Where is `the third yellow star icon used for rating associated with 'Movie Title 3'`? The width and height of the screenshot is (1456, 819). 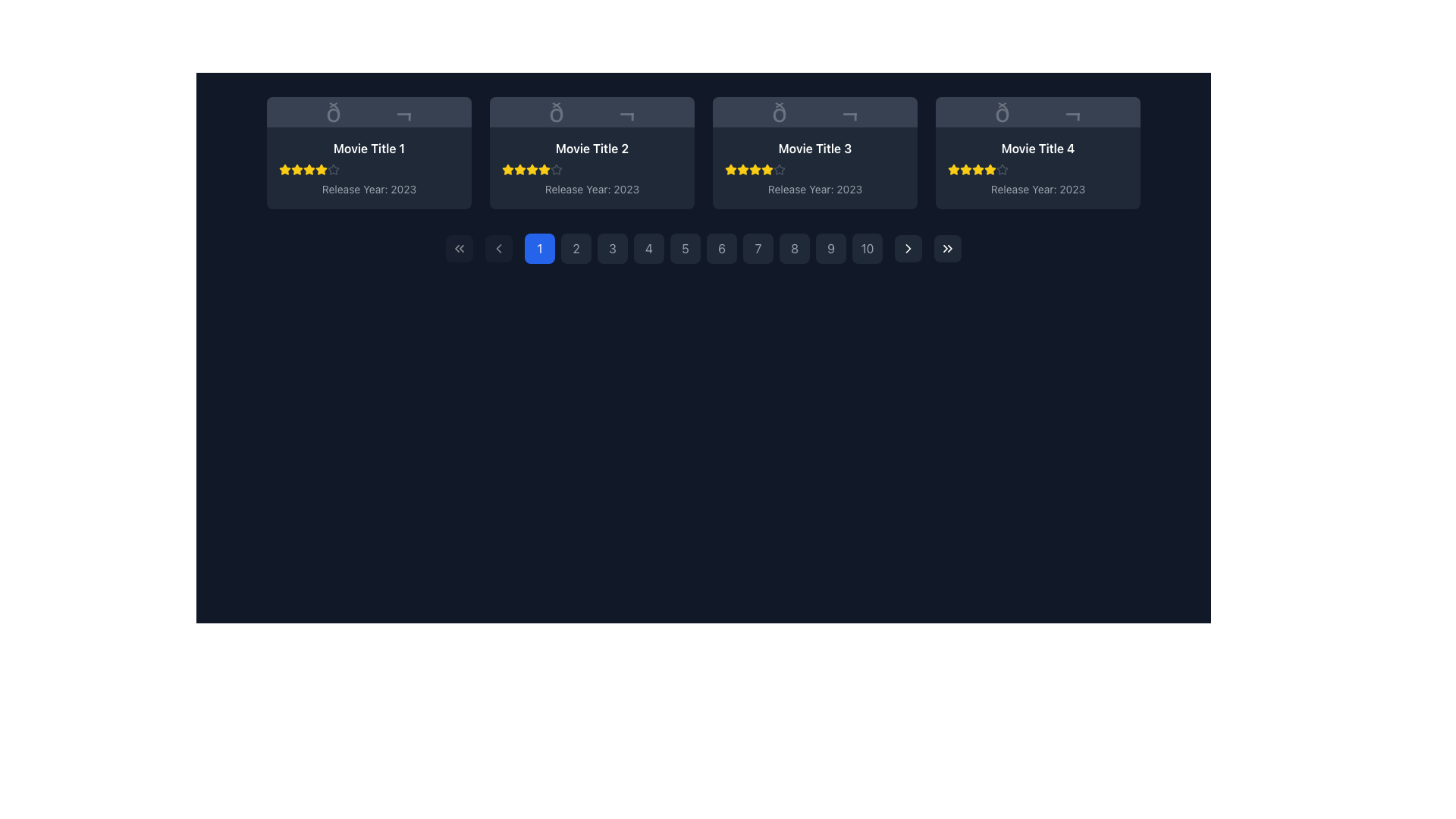 the third yellow star icon used for rating associated with 'Movie Title 3' is located at coordinates (742, 169).